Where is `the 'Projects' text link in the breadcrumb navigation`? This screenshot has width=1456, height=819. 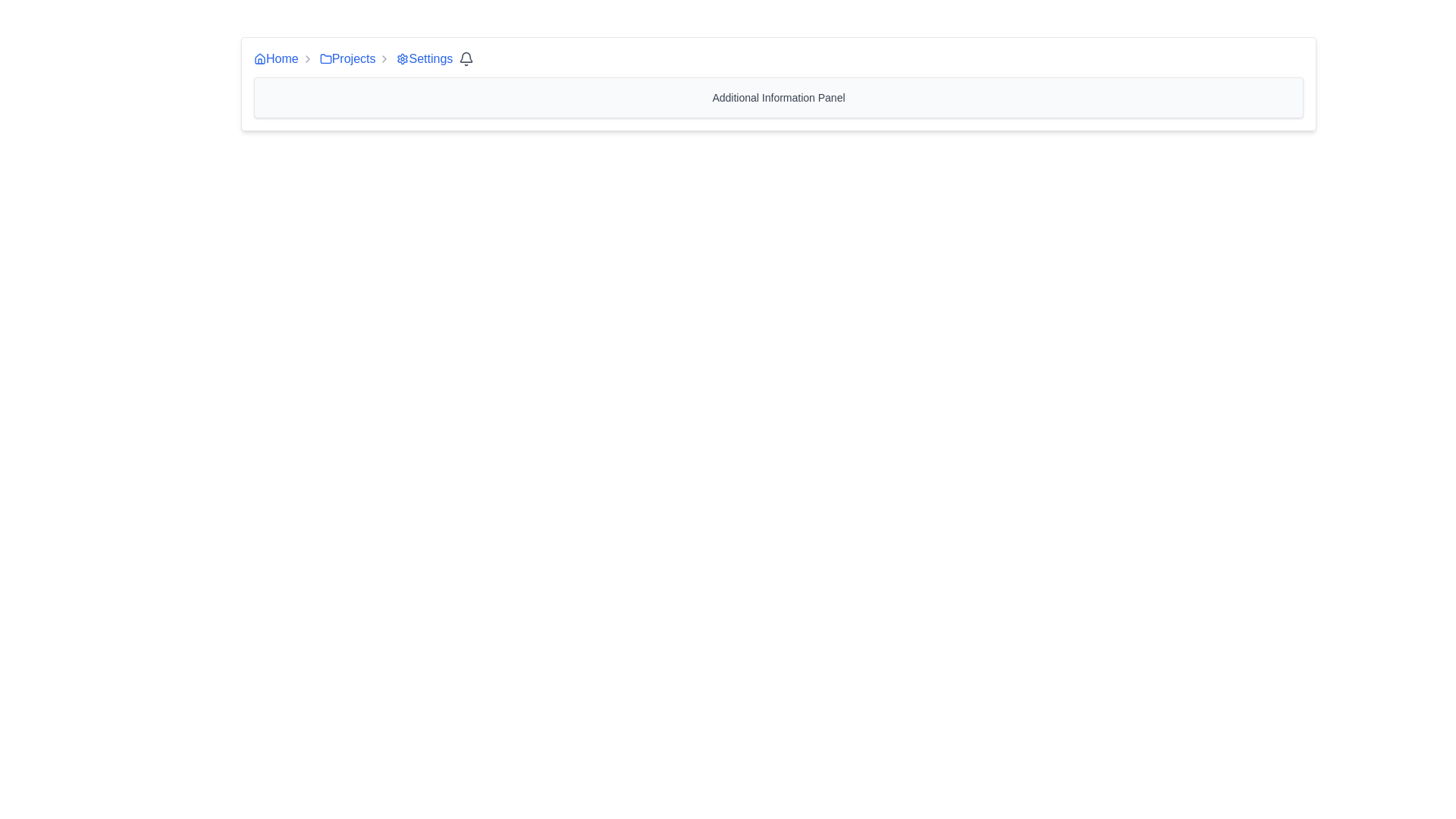 the 'Projects' text link in the breadcrumb navigation is located at coordinates (353, 58).